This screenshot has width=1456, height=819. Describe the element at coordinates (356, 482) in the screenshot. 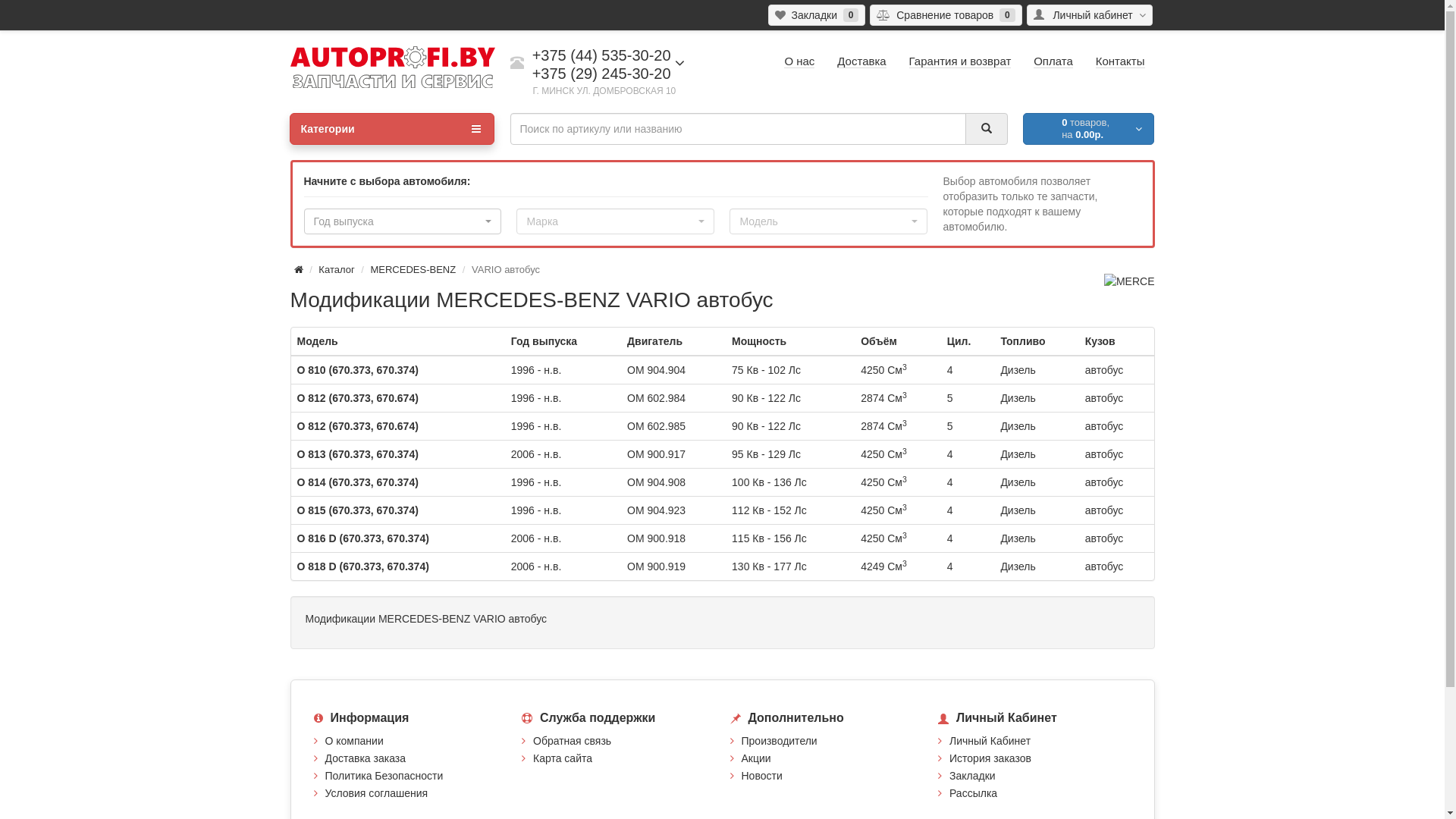

I see `'O 814 (670.373, 670.374)'` at that location.